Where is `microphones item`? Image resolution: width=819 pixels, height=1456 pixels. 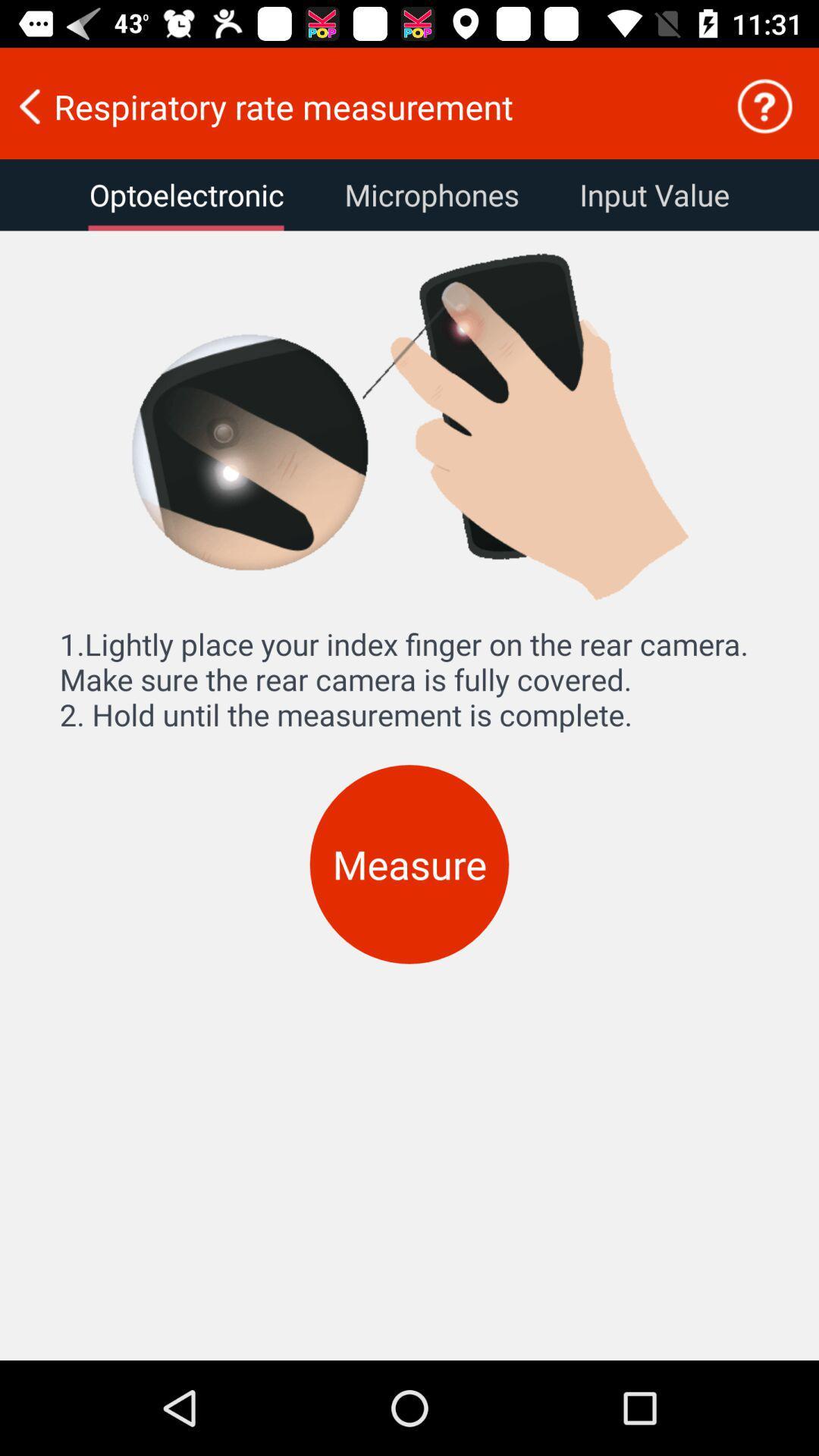 microphones item is located at coordinates (431, 194).